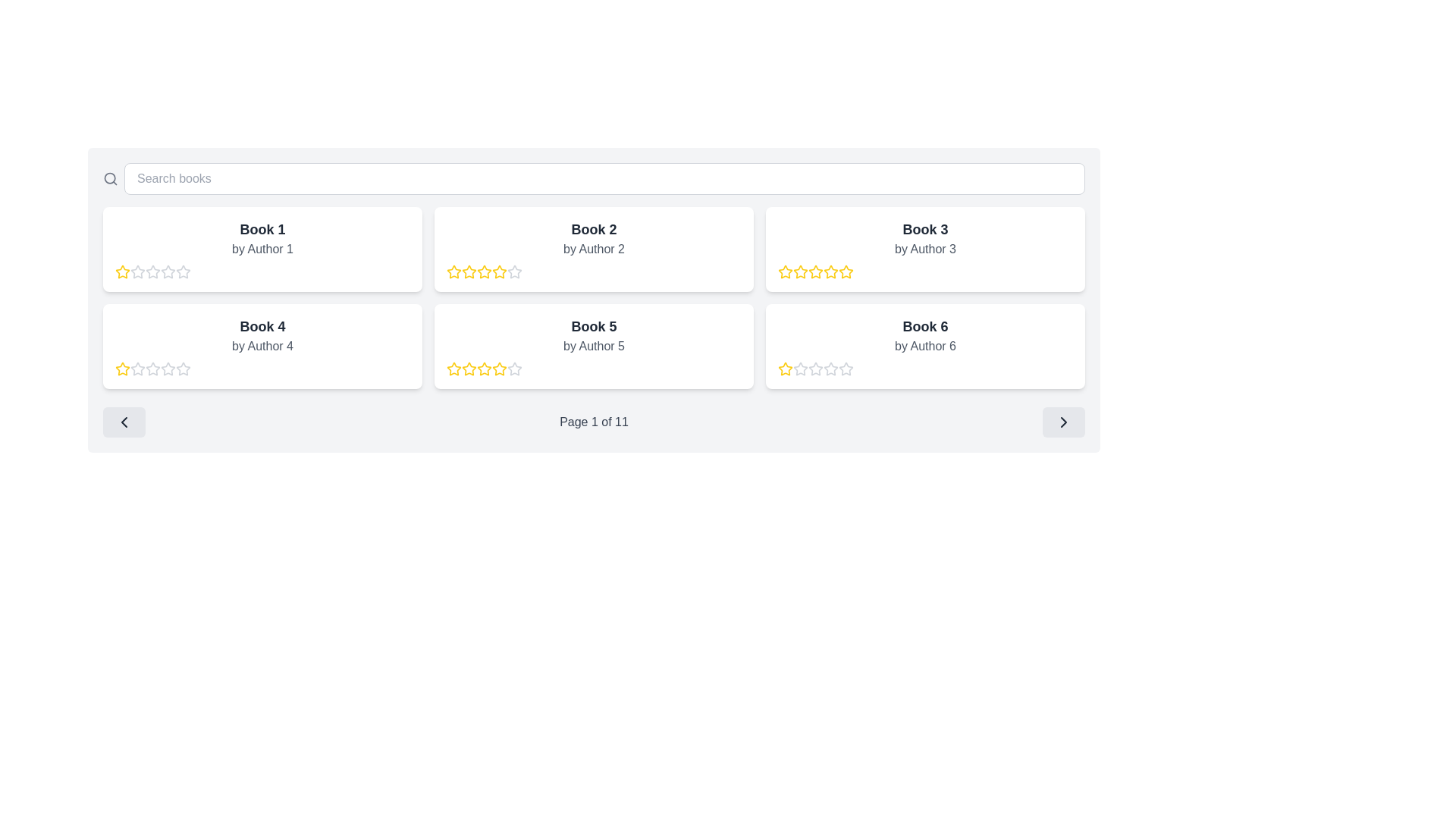  Describe the element at coordinates (514, 369) in the screenshot. I see `the inactive star-shaped icon, which is the fifth star` at that location.